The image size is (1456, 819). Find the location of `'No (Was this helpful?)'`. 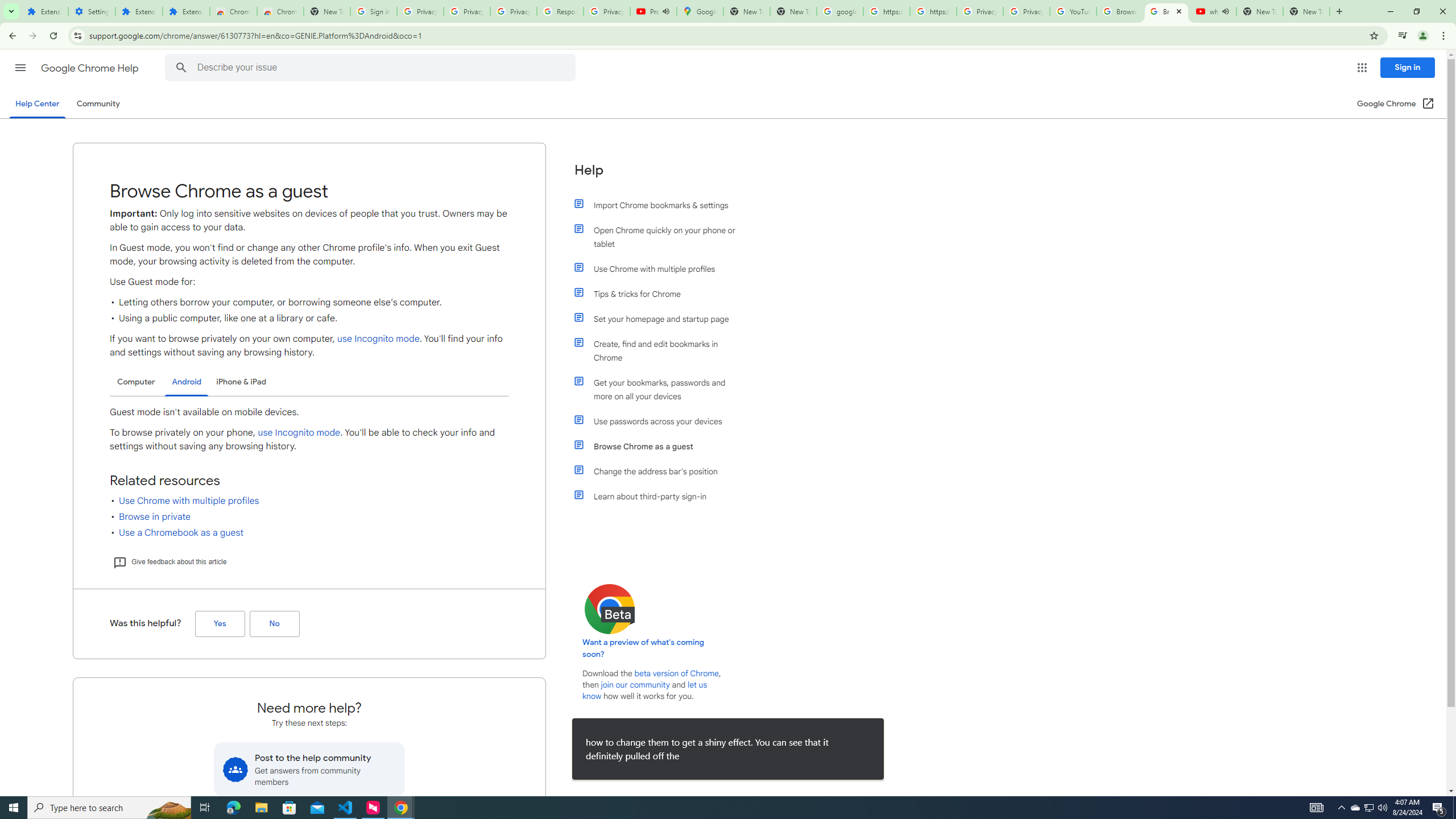

'No (Was this helpful?)' is located at coordinates (274, 623).